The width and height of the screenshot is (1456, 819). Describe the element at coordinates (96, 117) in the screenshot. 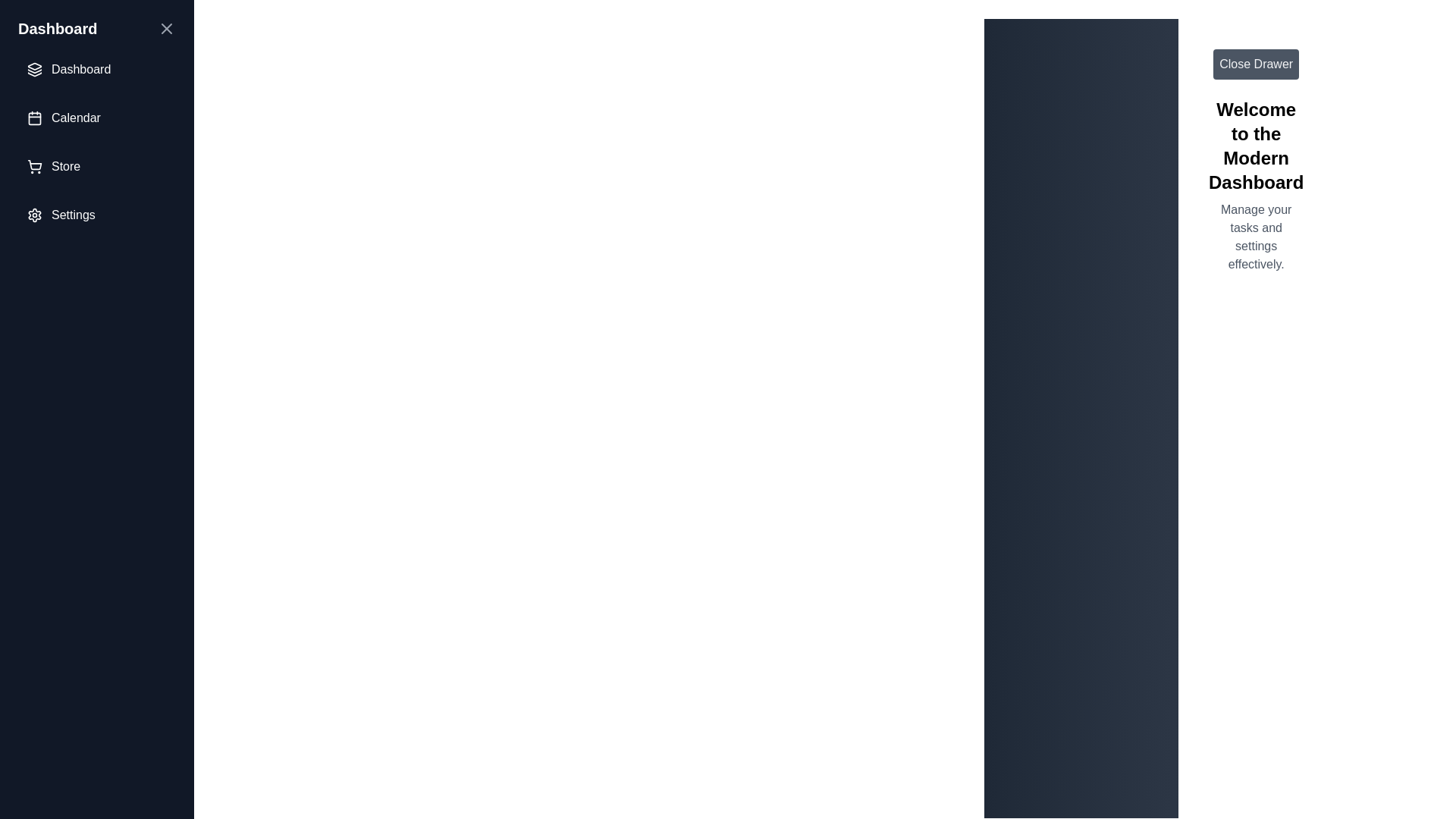

I see `the menu item labeled Calendar` at that location.